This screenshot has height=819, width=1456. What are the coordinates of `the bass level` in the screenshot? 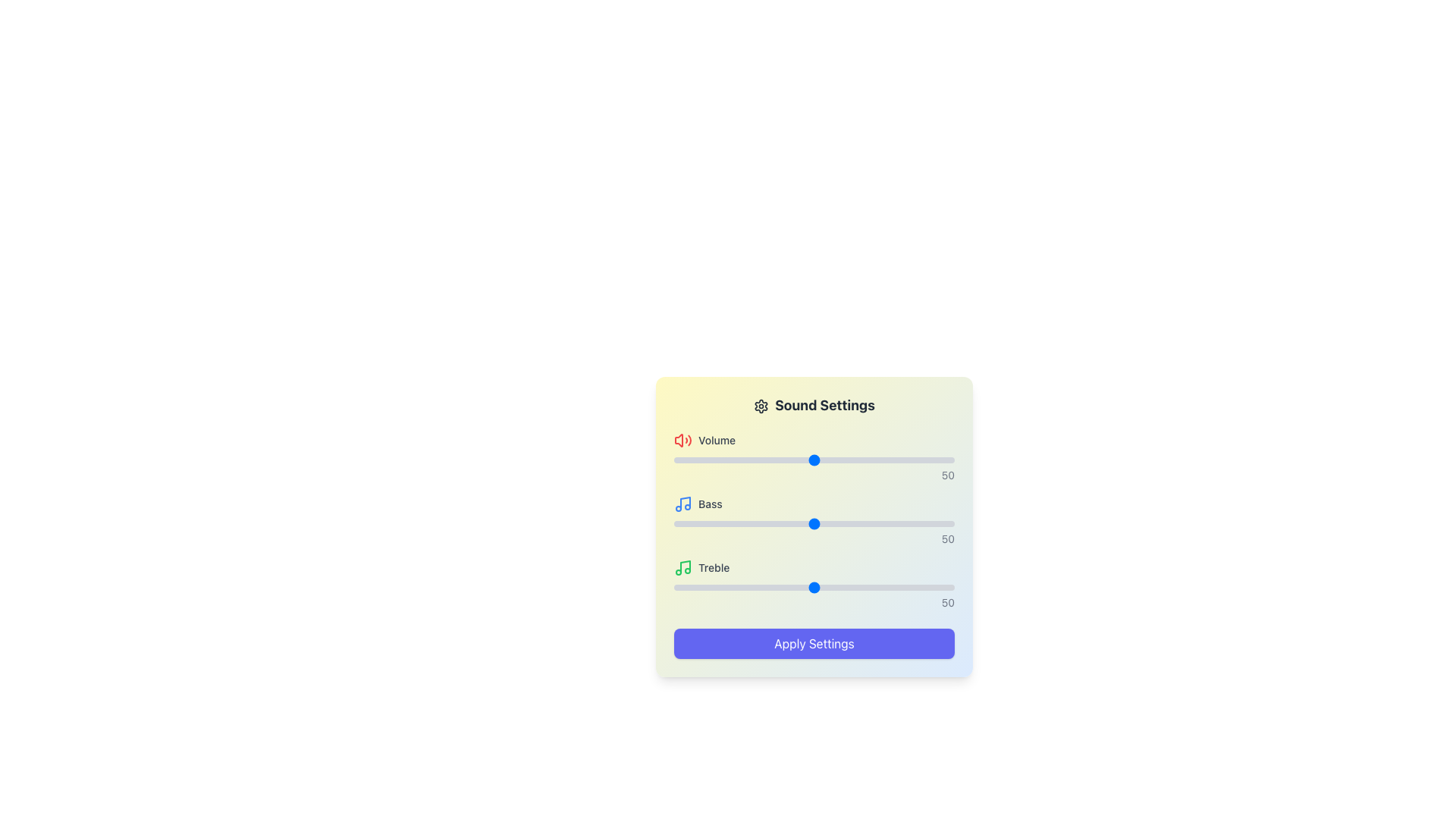 It's located at (948, 522).